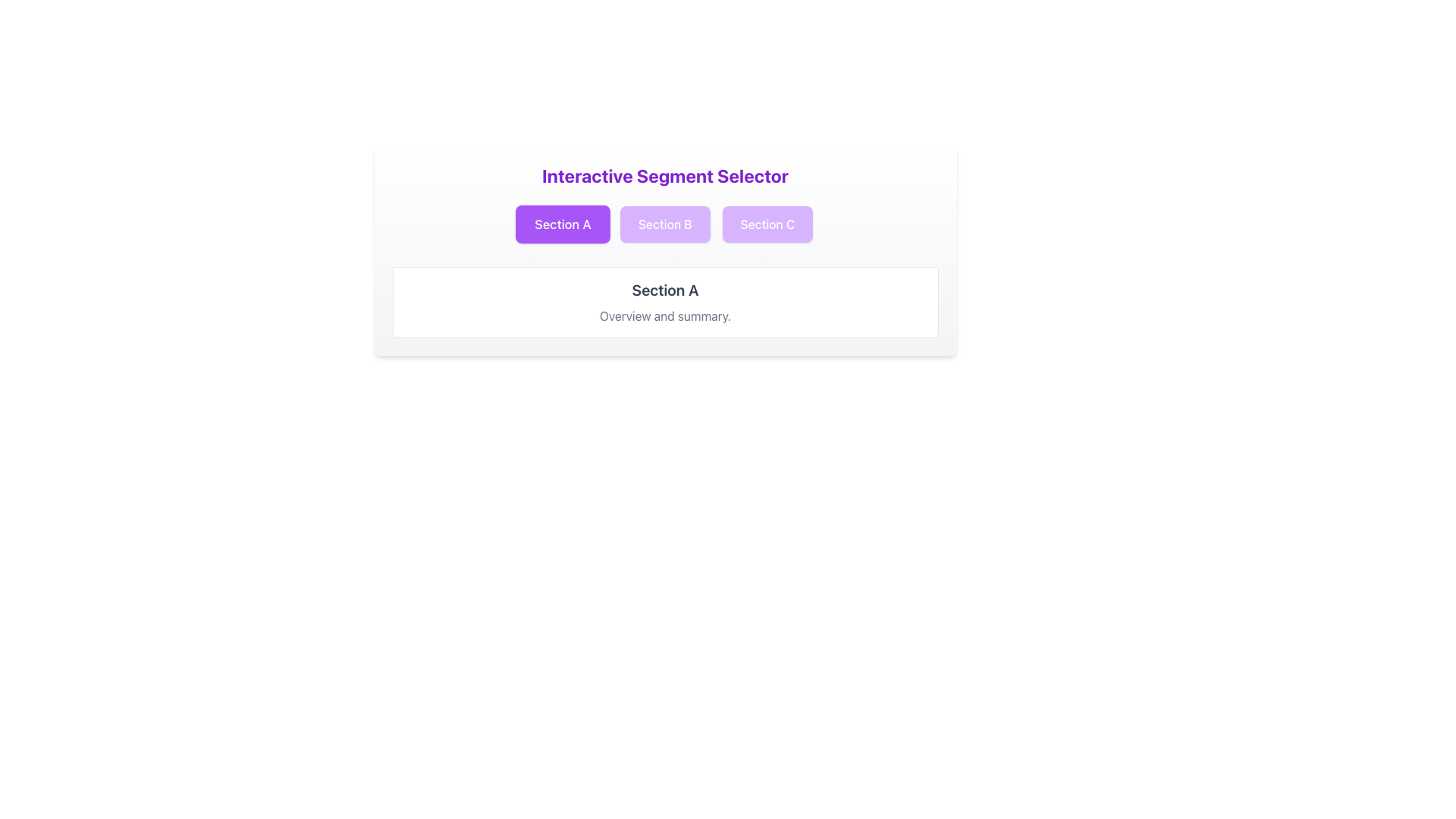 Image resolution: width=1456 pixels, height=819 pixels. I want to click on the title 'Interactive Segment Selector', which is displayed in bold and purple at the top center of the interface, above the interactive buttons 'Section A', 'Section B', and 'Section C', so click(665, 174).